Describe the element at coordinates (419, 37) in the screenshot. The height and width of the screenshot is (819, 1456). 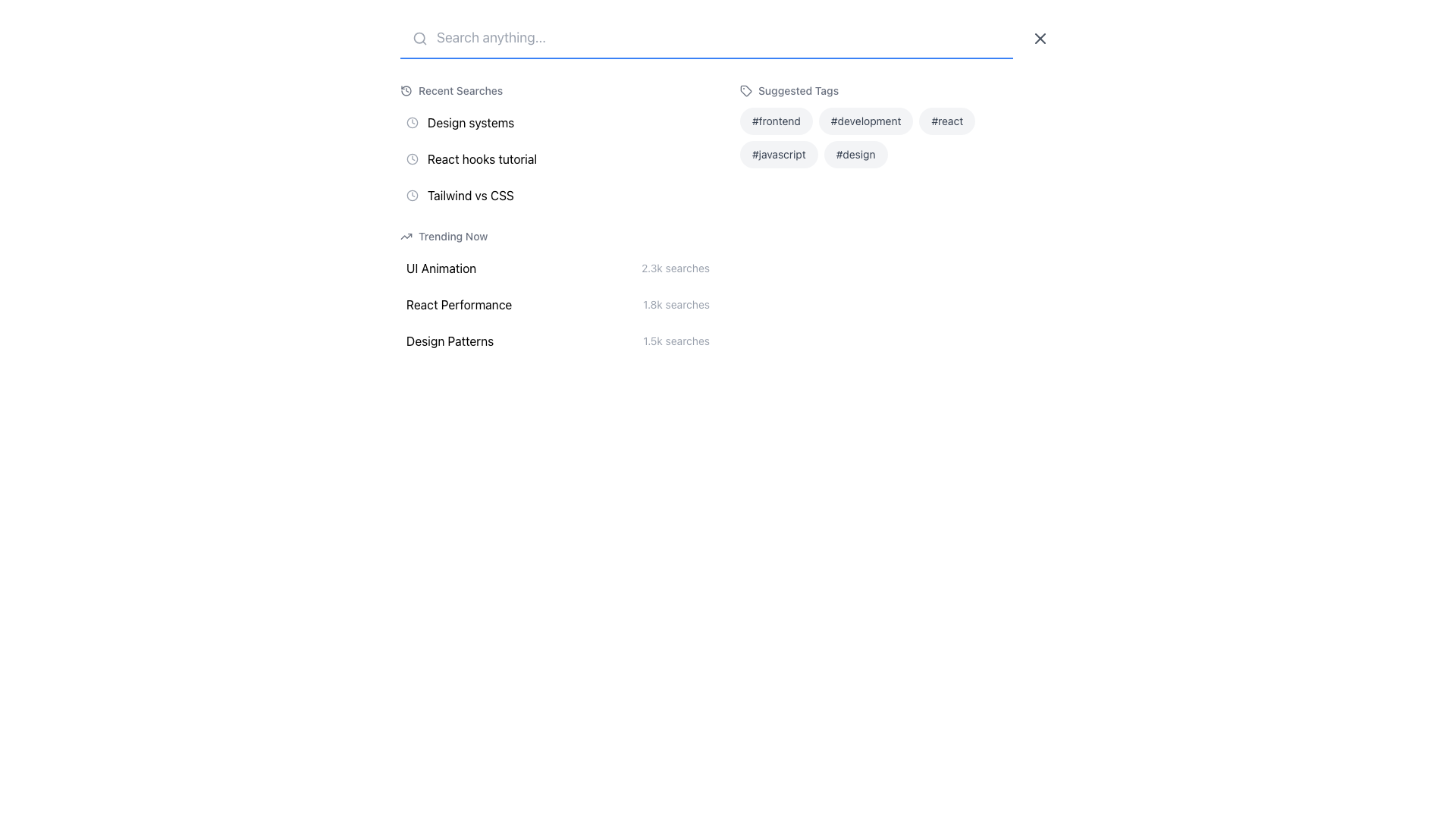
I see `the central circle of the search icon, which represents the center of a magnifying glass` at that location.